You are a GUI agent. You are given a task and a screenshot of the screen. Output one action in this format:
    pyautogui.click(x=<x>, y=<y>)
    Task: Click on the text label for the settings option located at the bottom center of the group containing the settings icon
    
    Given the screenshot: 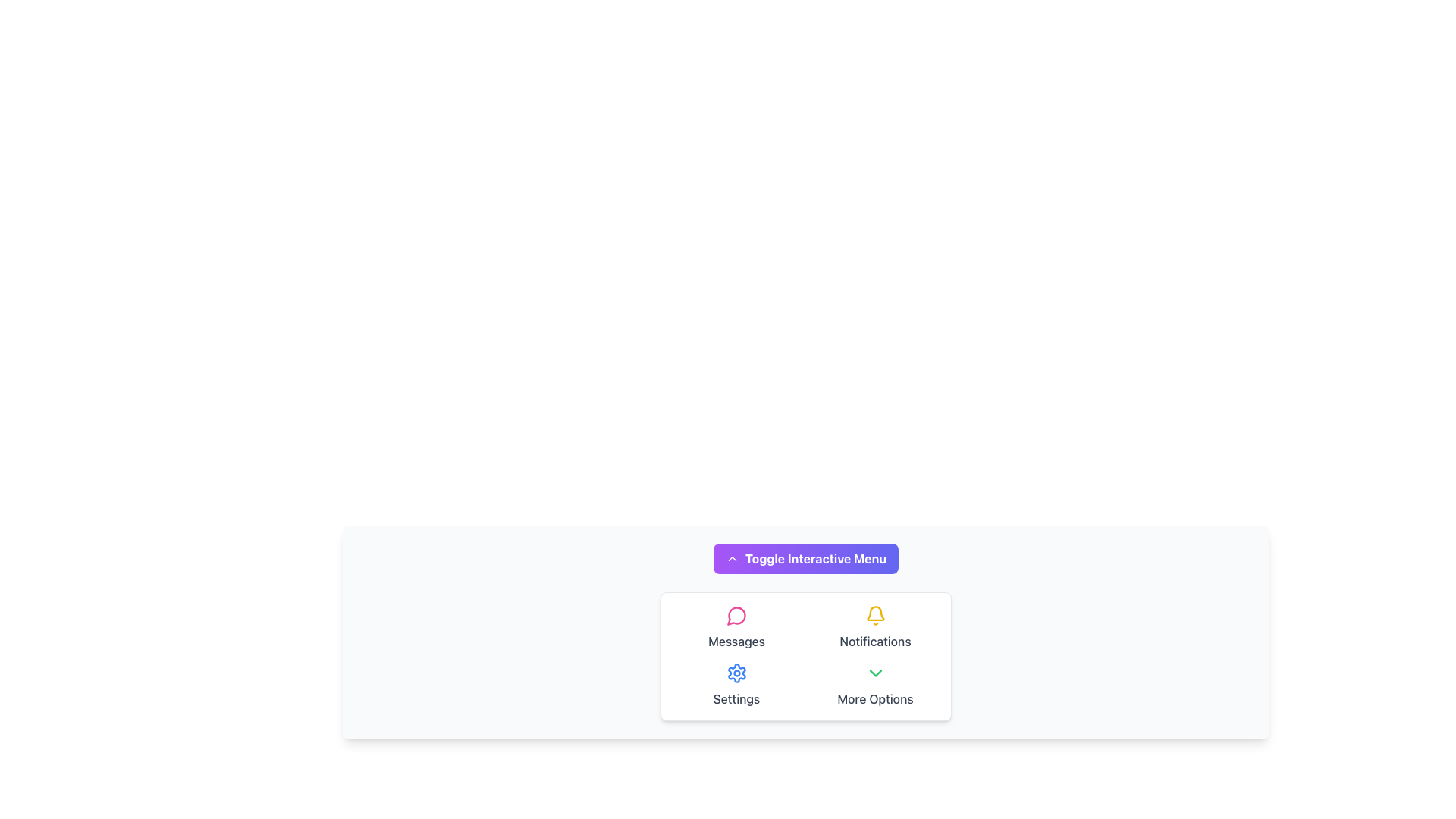 What is the action you would take?
    pyautogui.click(x=736, y=698)
    